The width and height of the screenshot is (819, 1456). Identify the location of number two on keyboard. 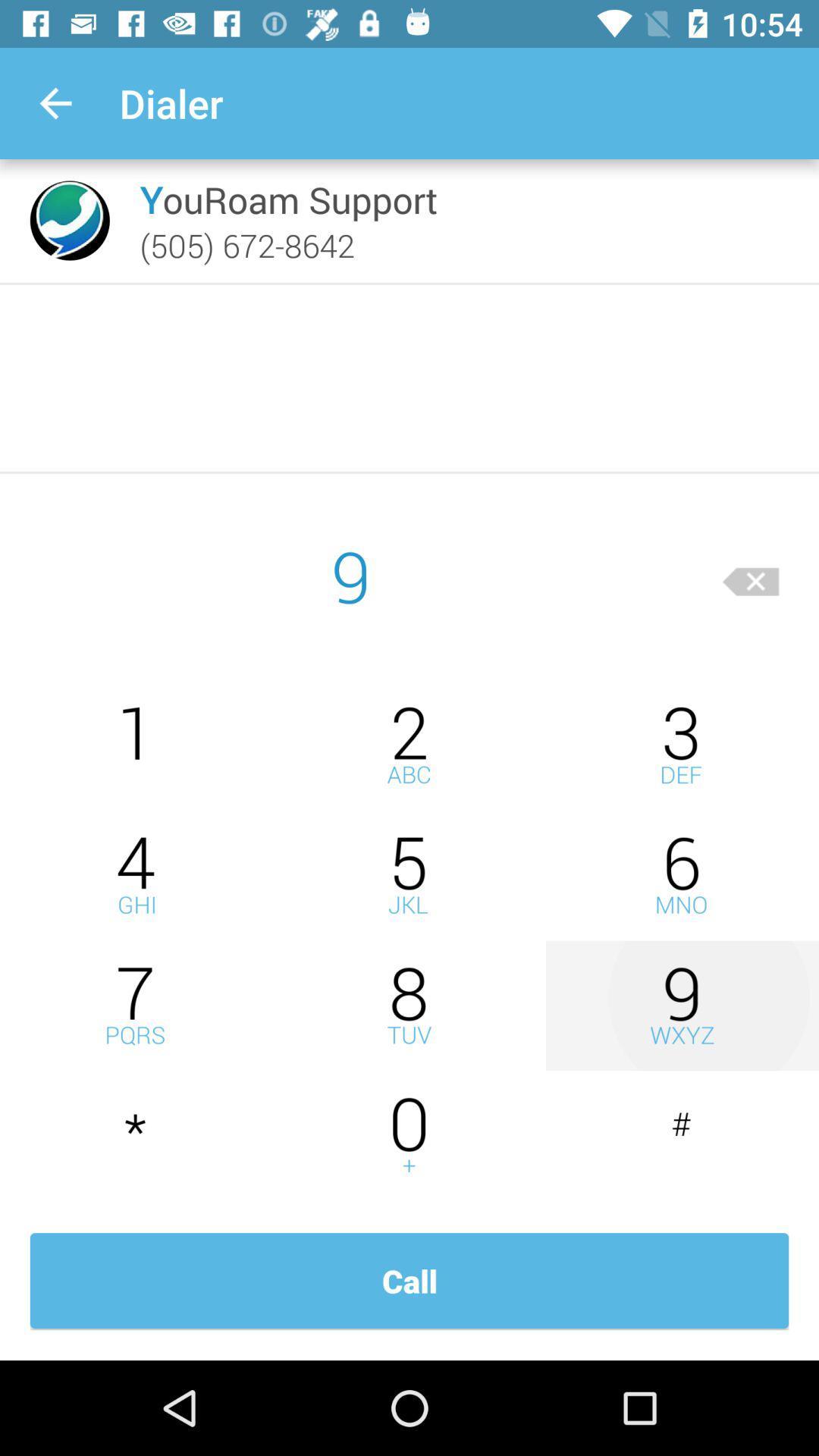
(409, 745).